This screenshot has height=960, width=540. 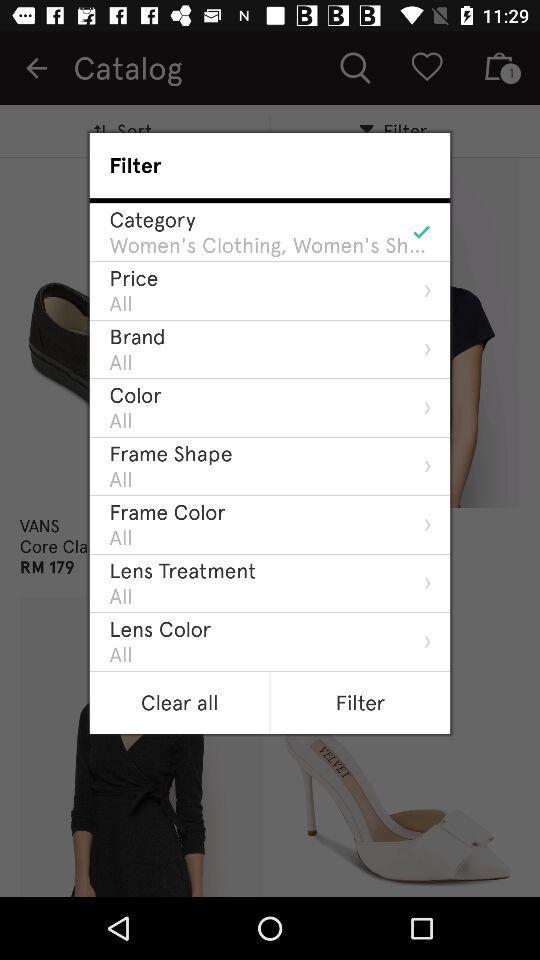 I want to click on women s clothing, so click(x=270, y=244).